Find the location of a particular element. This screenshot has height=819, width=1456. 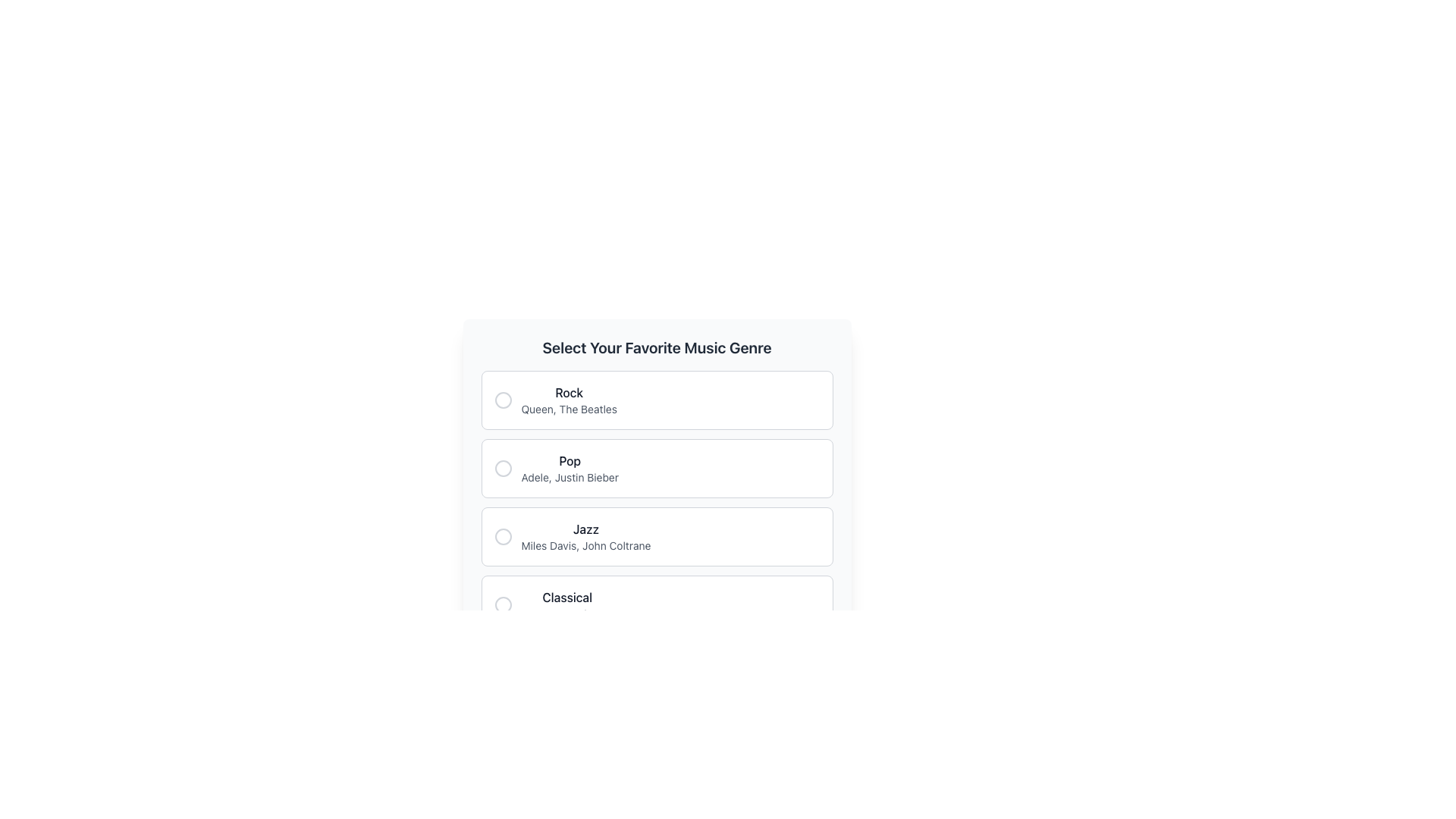

the radio button indicator for the 'Classical' and 'Mozart, Beethoven' option in the 'Select Your Favorite Music Genre' group is located at coordinates (503, 604).